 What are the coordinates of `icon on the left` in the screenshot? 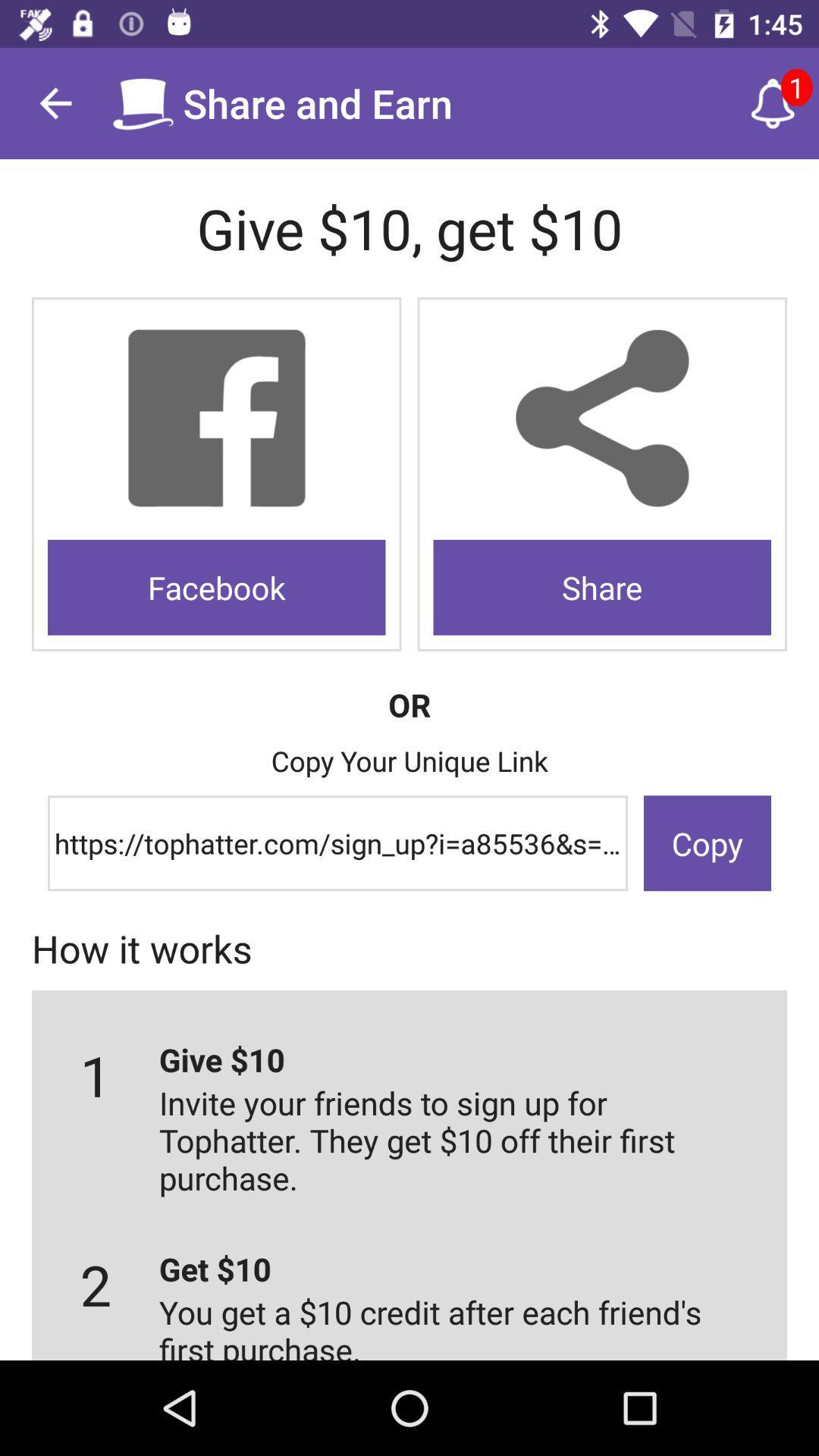 It's located at (216, 586).